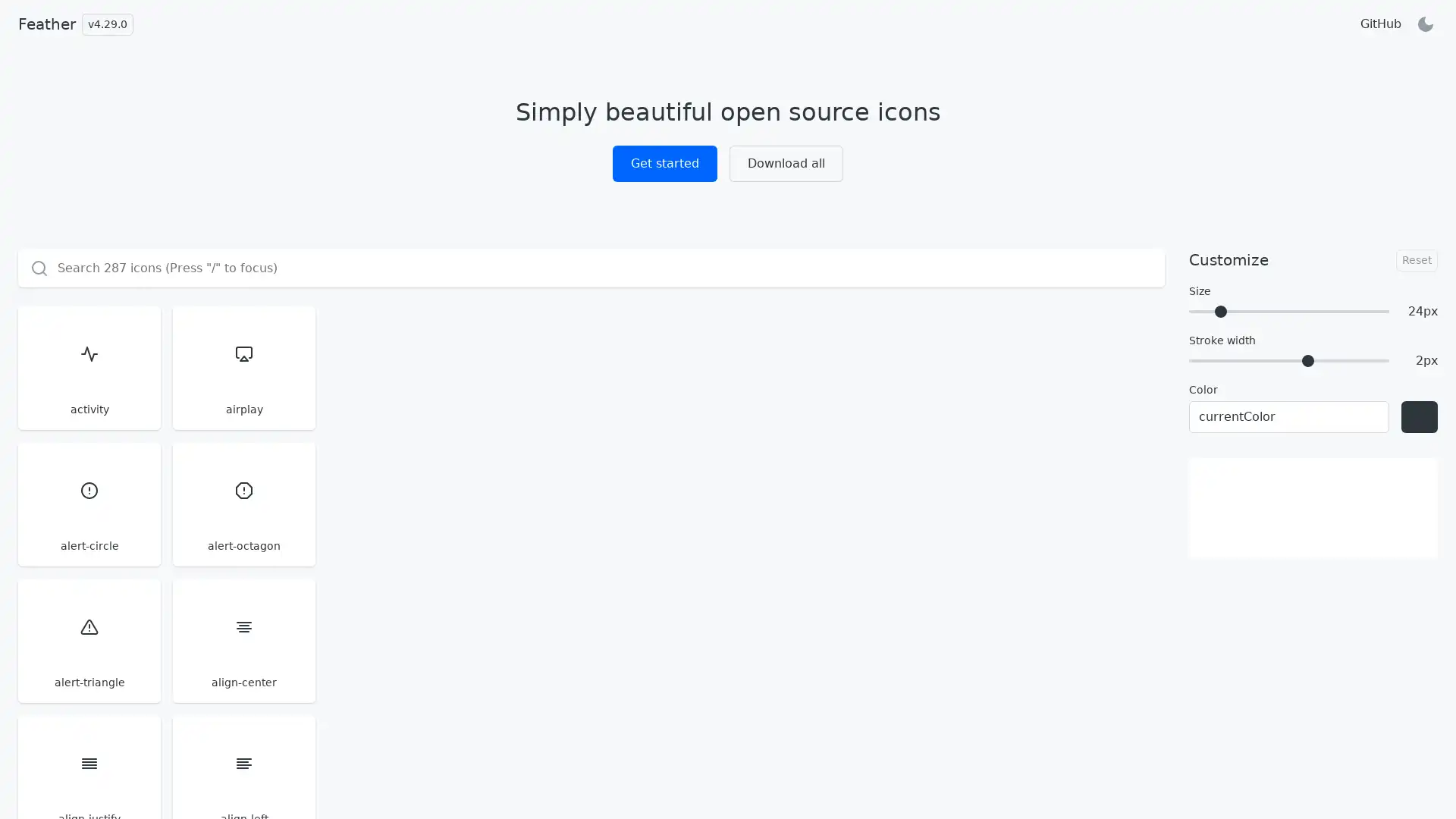 This screenshot has height=819, width=1456. What do you see at coordinates (590, 368) in the screenshot?
I see `alert-triangle` at bounding box center [590, 368].